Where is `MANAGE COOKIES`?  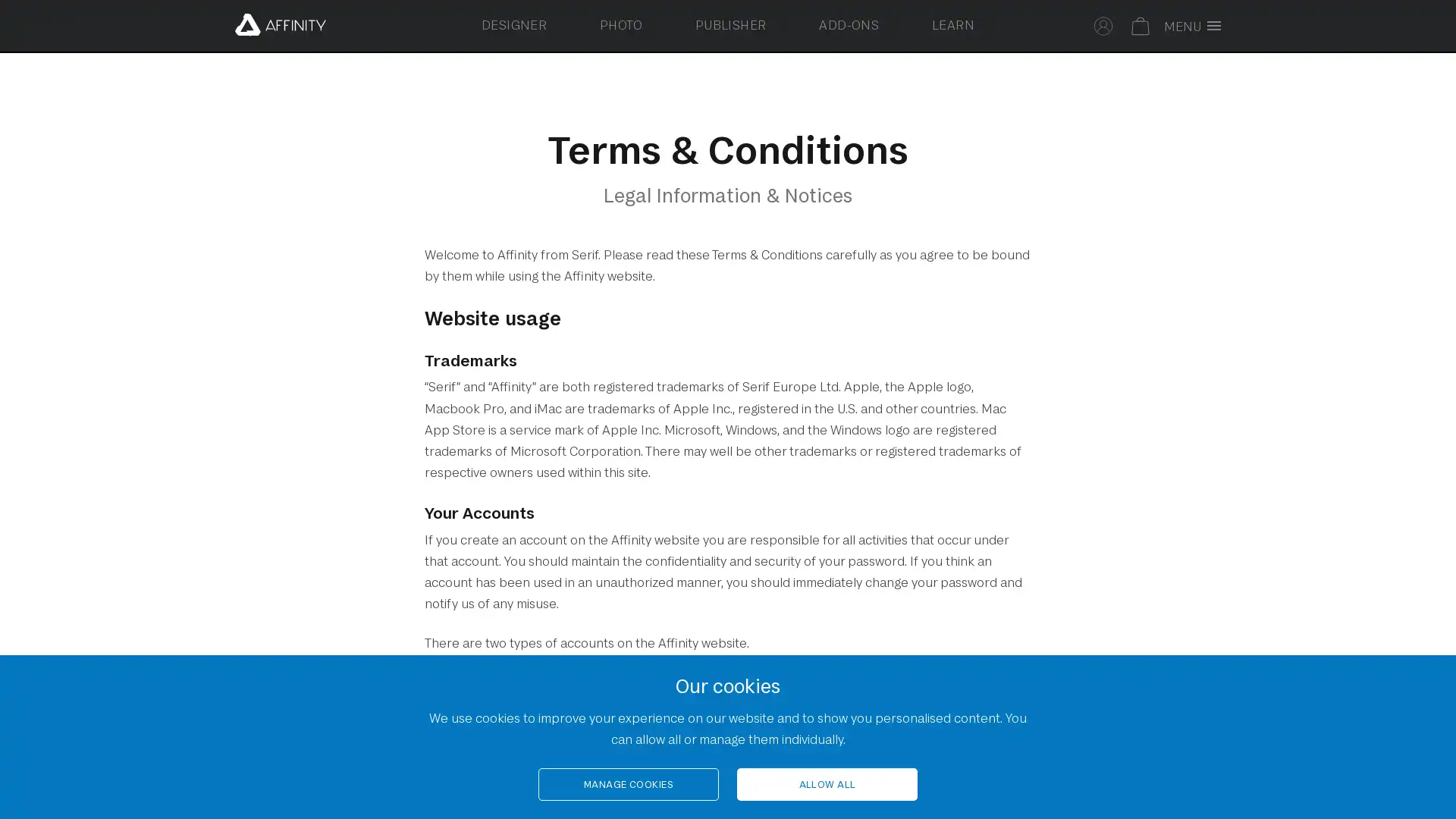
MANAGE COOKIES is located at coordinates (629, 784).